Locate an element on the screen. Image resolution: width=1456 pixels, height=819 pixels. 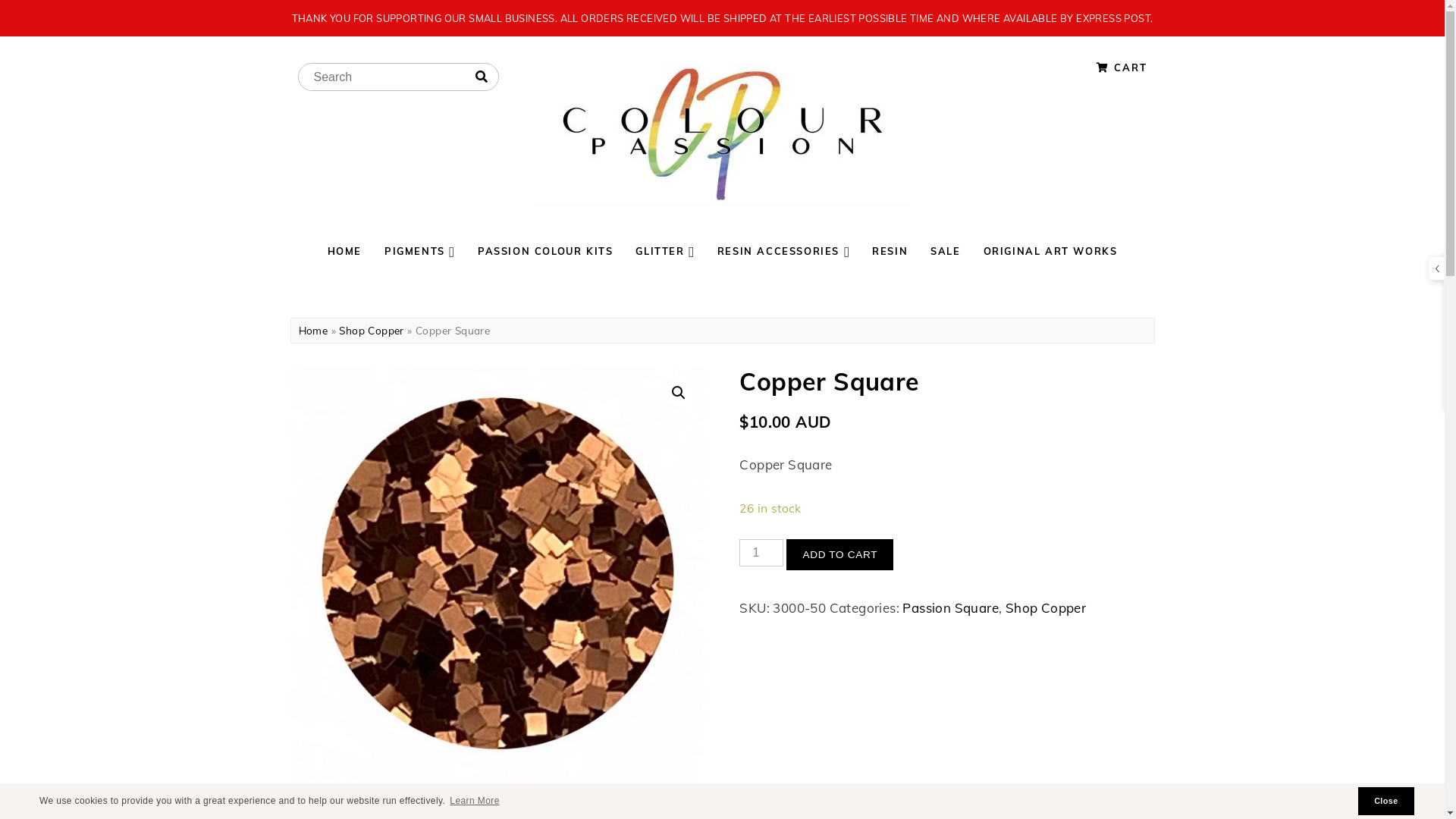
'PIGMENTS' is located at coordinates (419, 250).